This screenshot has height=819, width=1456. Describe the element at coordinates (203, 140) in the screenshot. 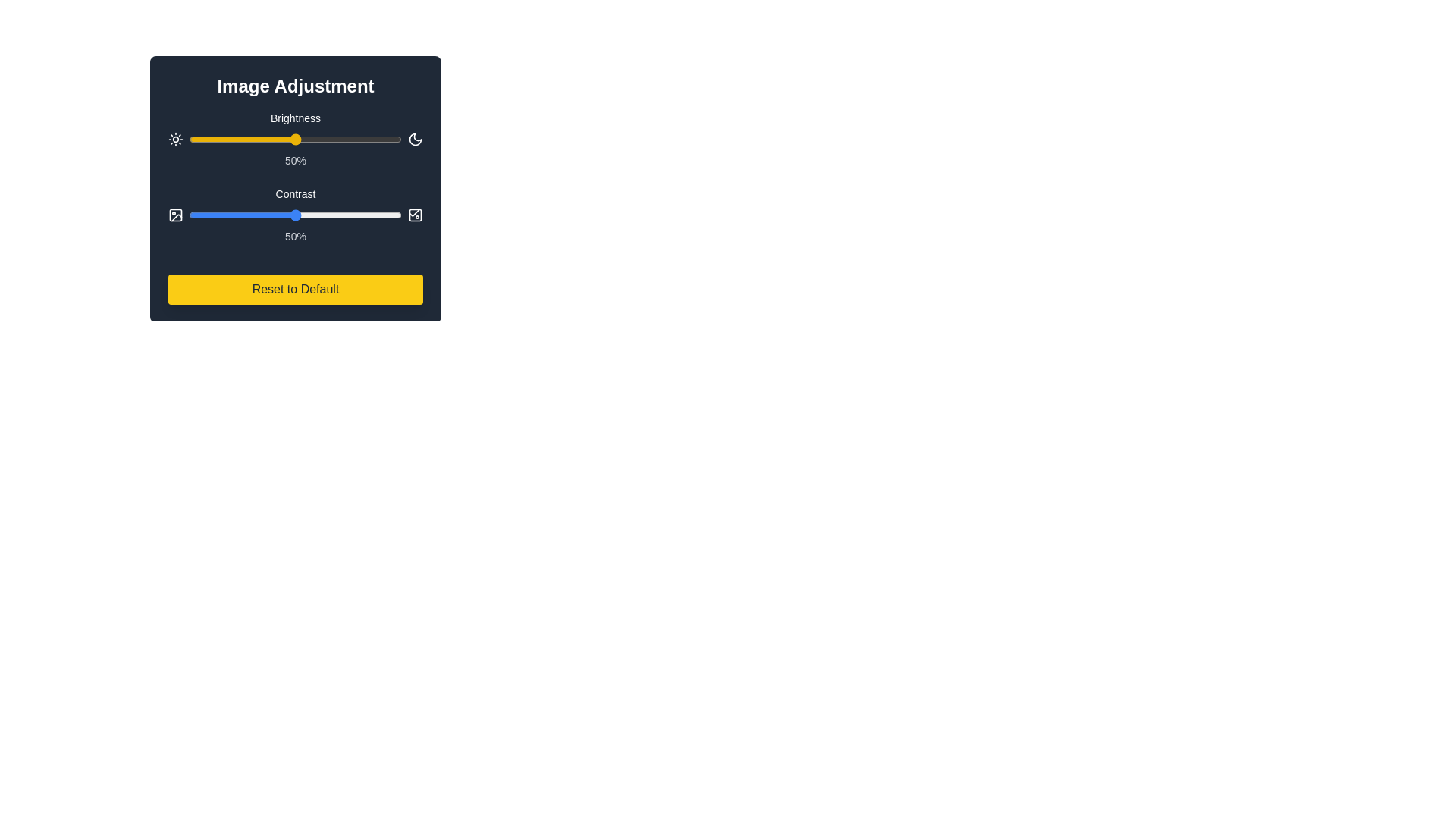

I see `the brightness` at that location.